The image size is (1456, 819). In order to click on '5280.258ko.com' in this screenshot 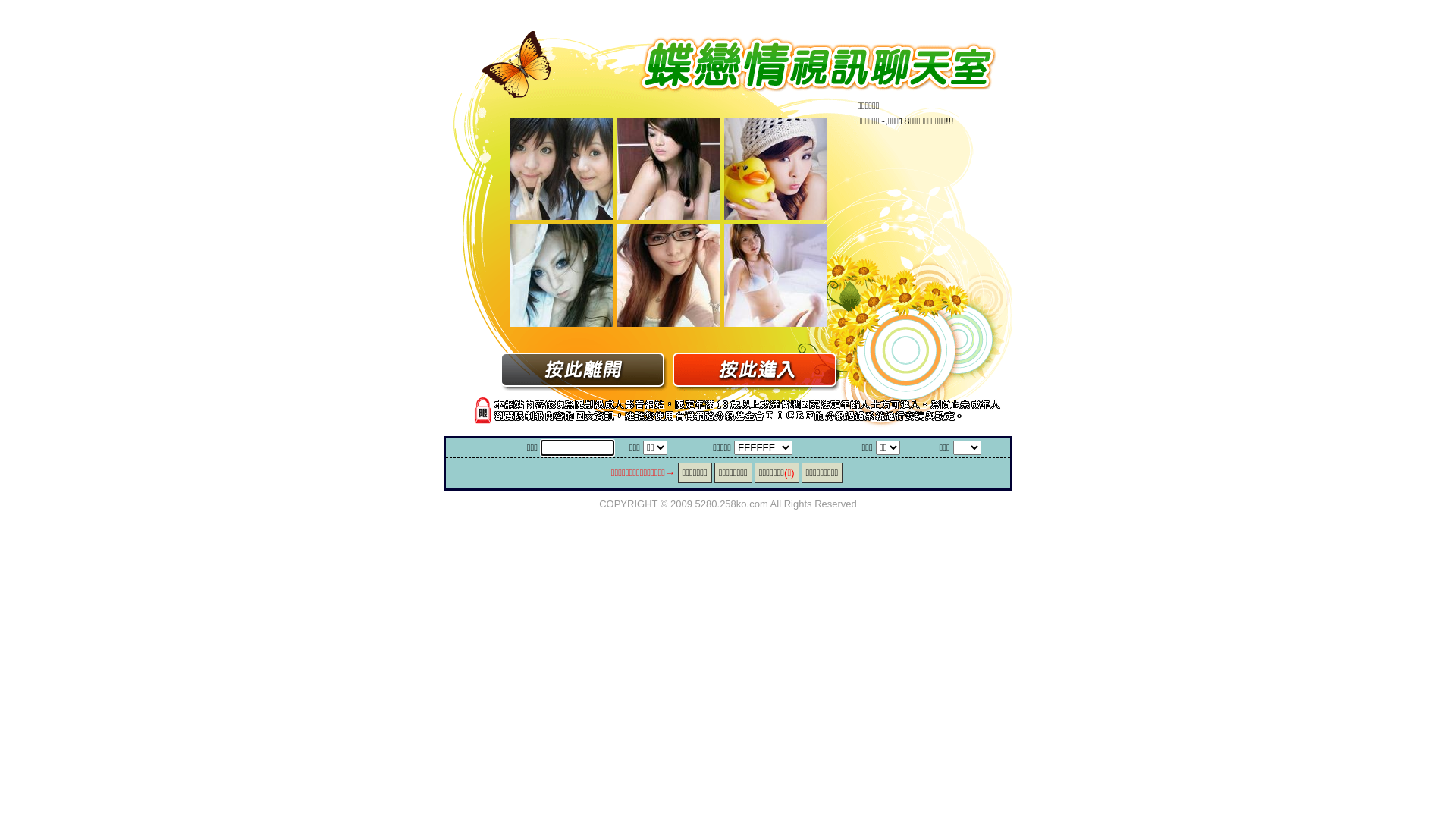, I will do `click(694, 503)`.